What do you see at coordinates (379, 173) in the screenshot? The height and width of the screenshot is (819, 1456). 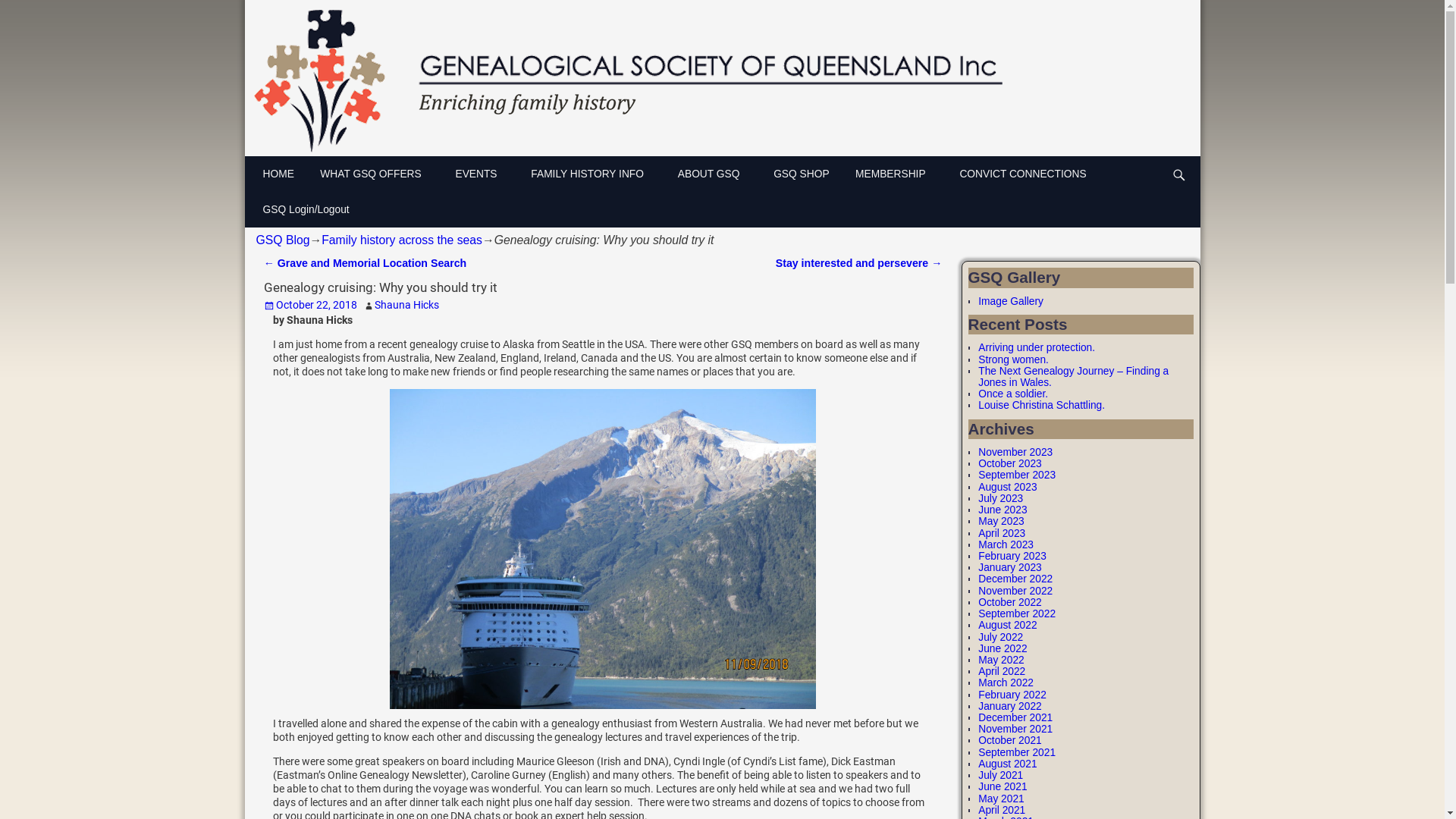 I see `'WHAT GSQ OFFERS'` at bounding box center [379, 173].